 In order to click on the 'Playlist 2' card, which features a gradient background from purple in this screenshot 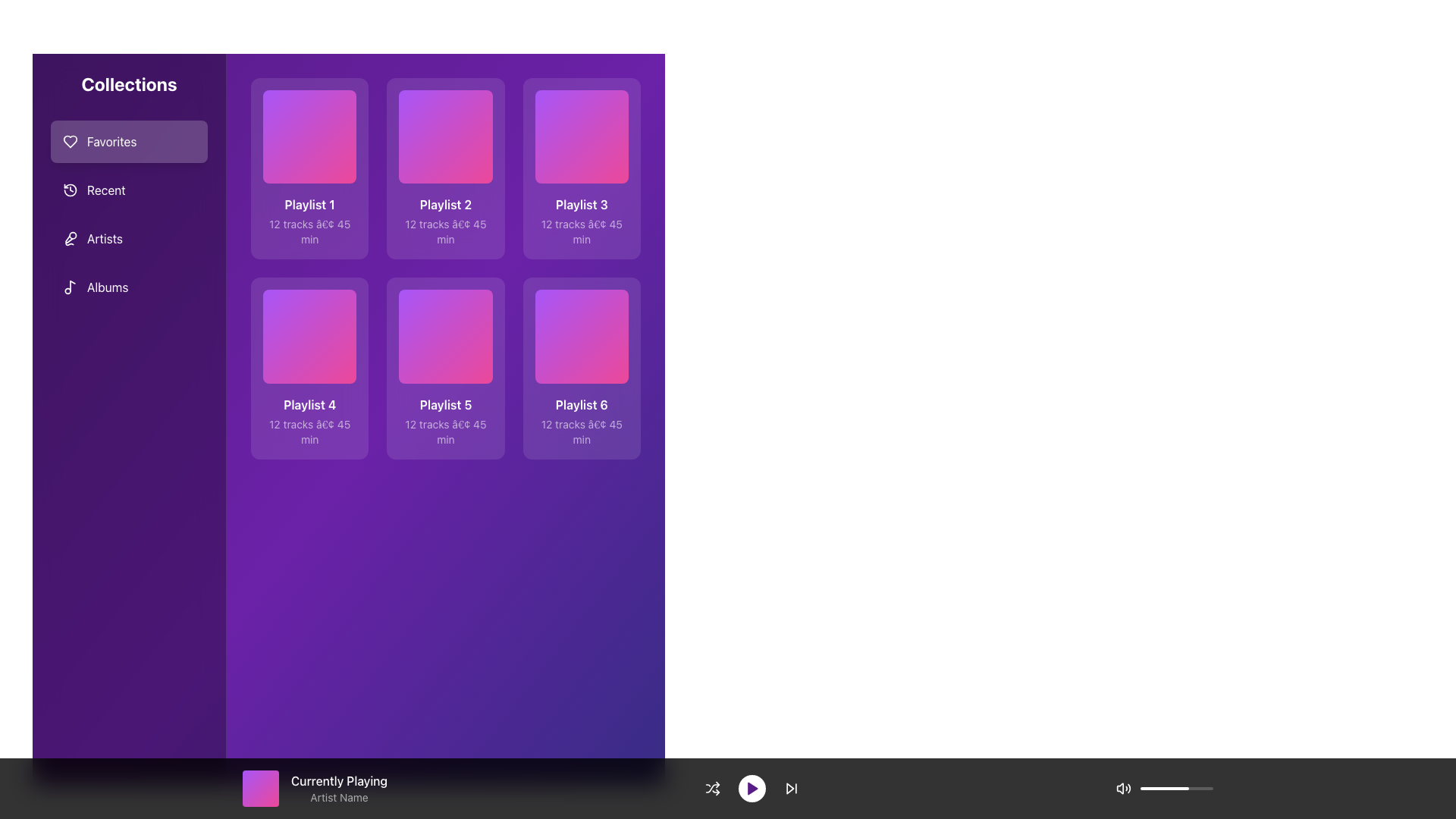, I will do `click(444, 168)`.